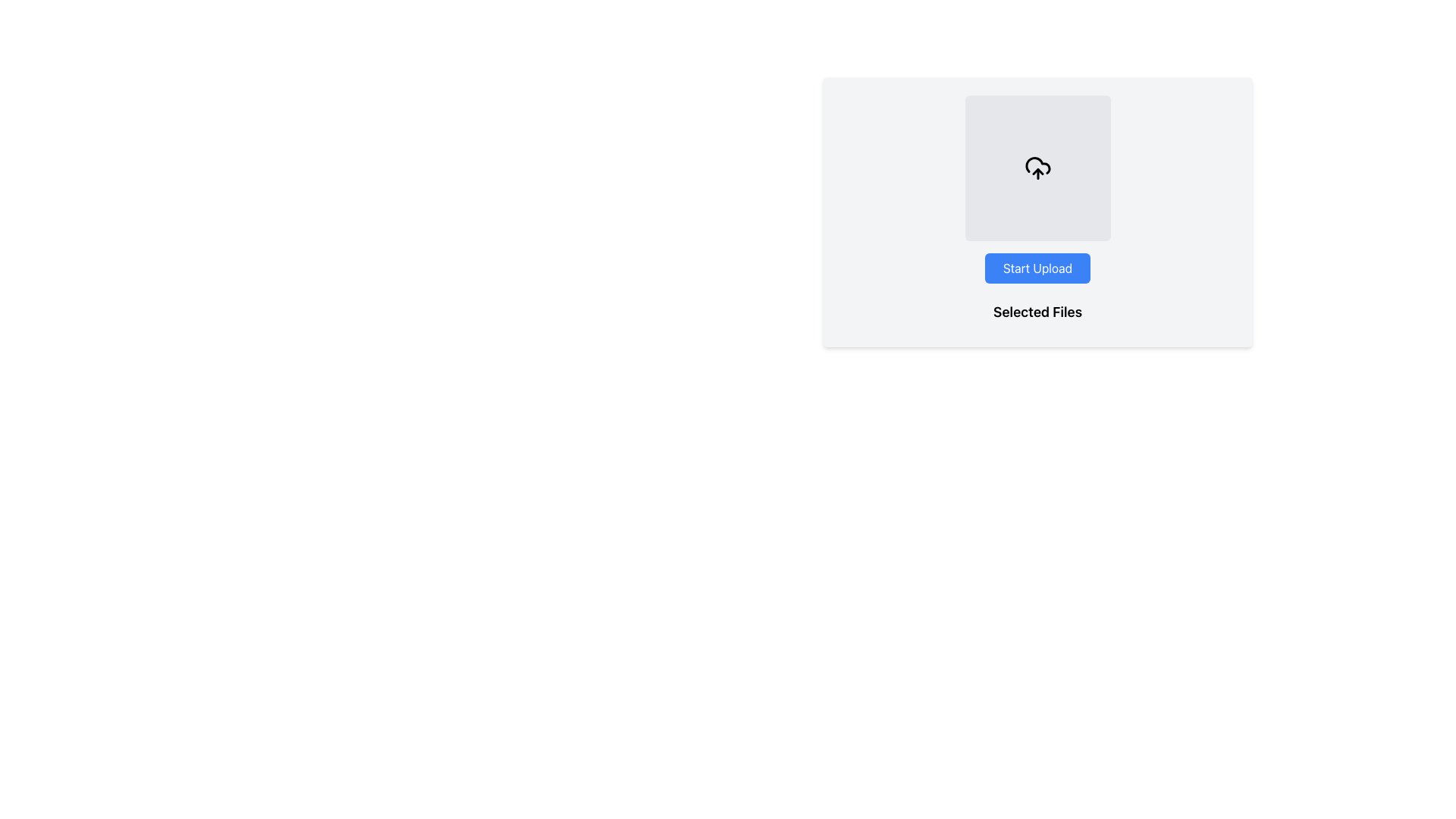  Describe the element at coordinates (1037, 168) in the screenshot. I see `files onto the file-selection input area, which features a cloud icon with an upward arrow centered on a light gray background, located above the blue 'Start Upload' button` at that location.